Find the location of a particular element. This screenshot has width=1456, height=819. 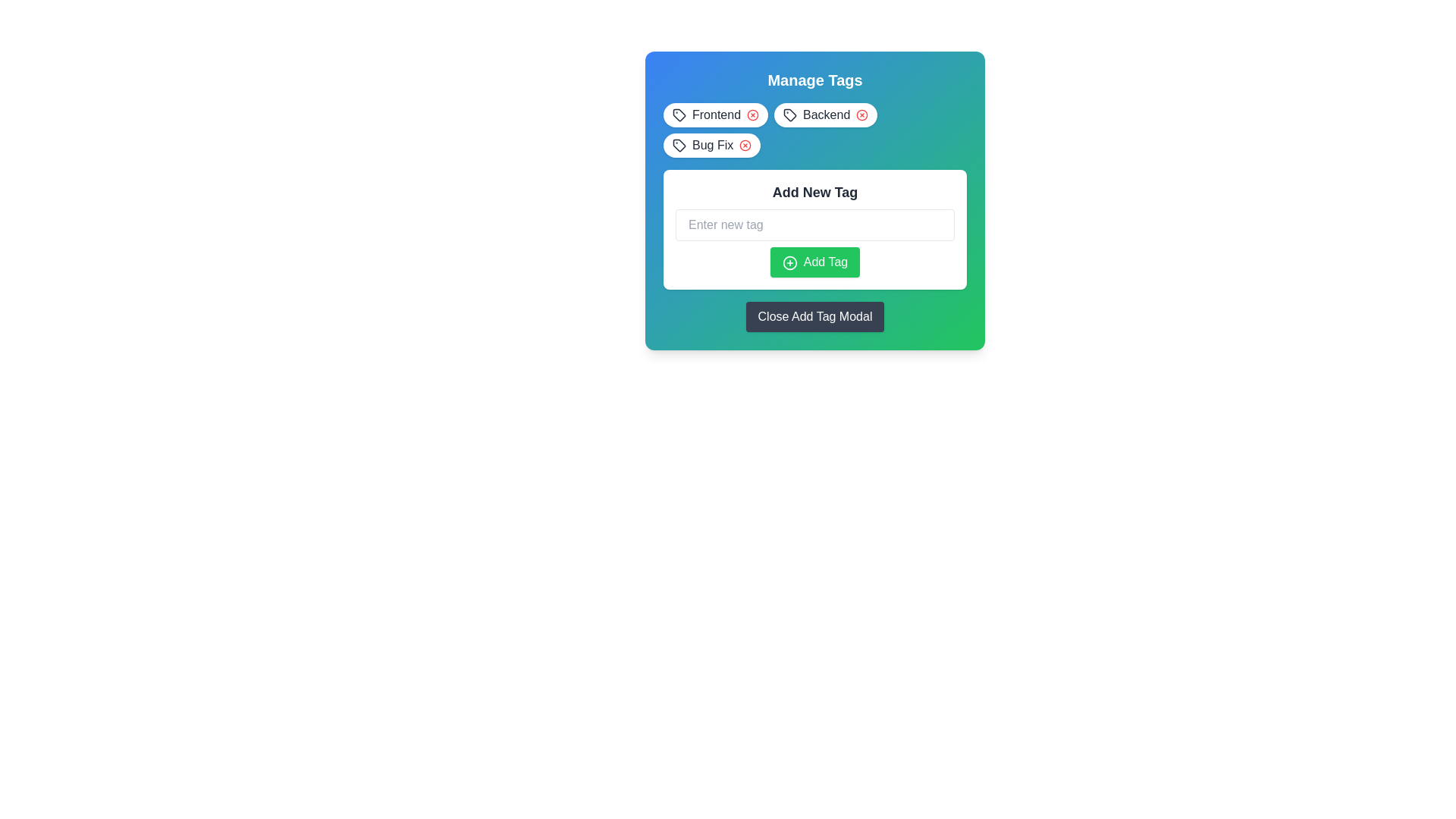

the remove icon button located inside the 'Bug Fix' rounded label is located at coordinates (745, 146).